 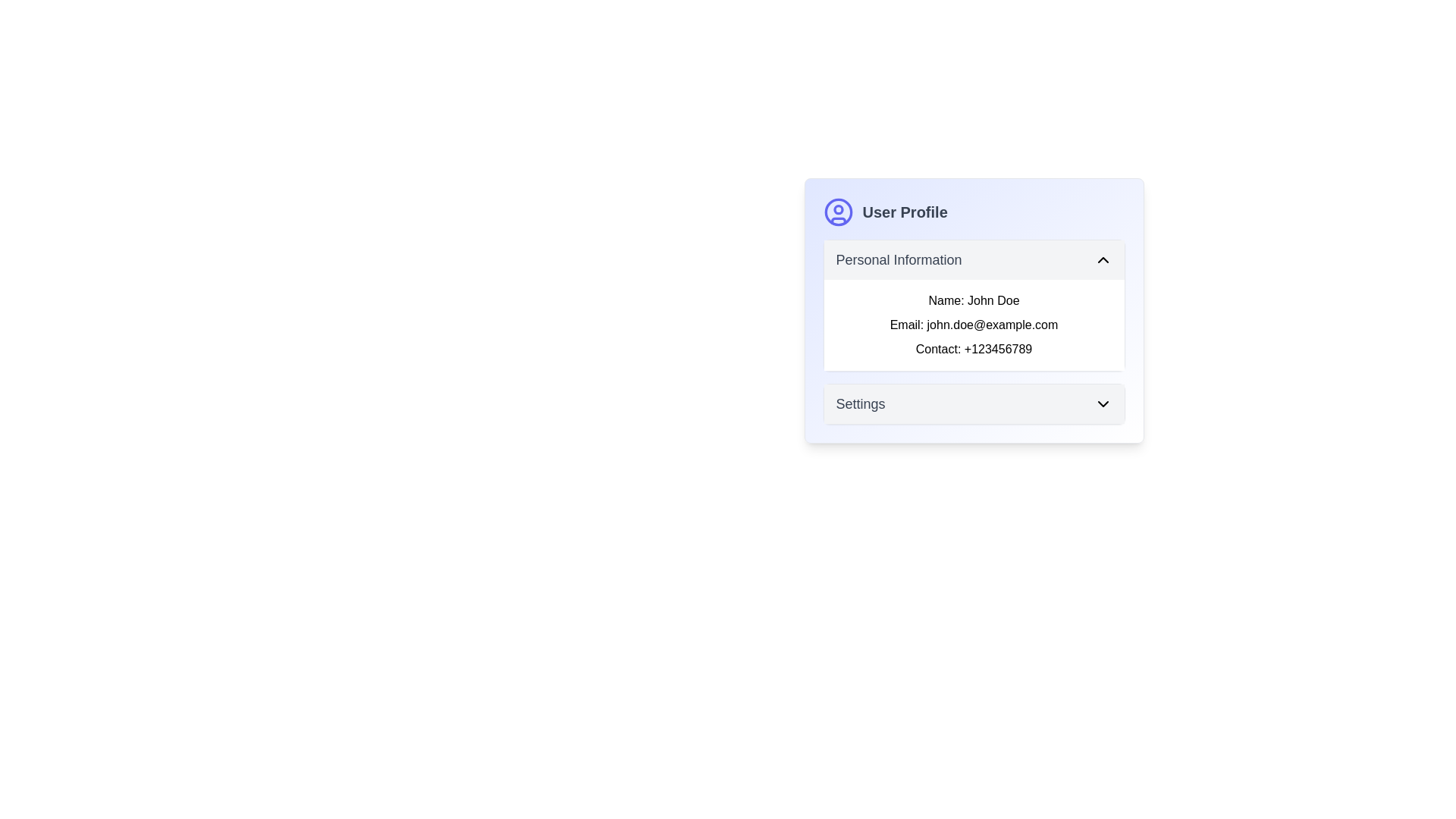 I want to click on the 'Settings' text label element, which is a medium-sized gray text located in the settings section of the UI, within a card-like component, so click(x=861, y=403).